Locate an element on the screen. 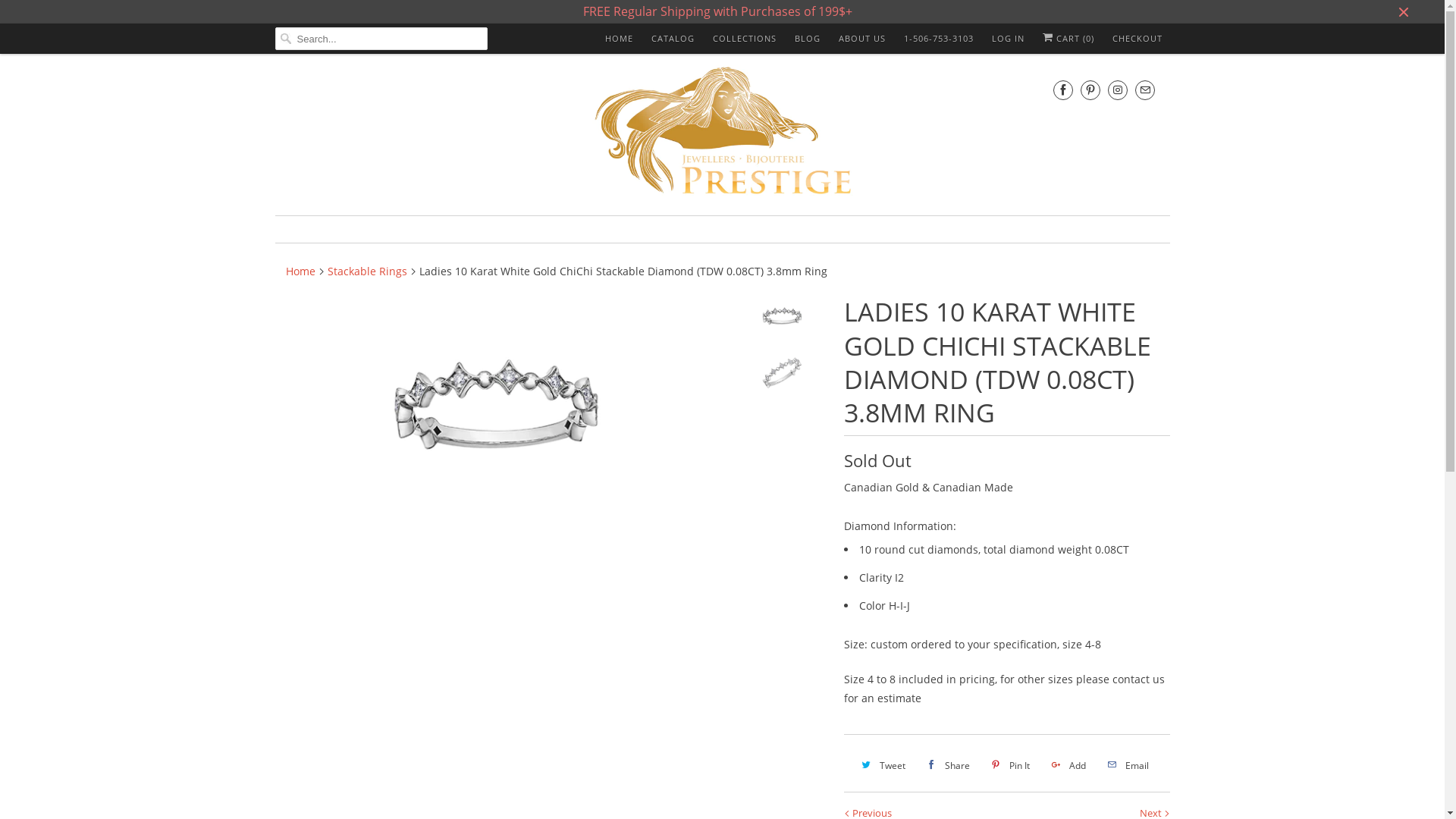  'HOME' is located at coordinates (619, 37).